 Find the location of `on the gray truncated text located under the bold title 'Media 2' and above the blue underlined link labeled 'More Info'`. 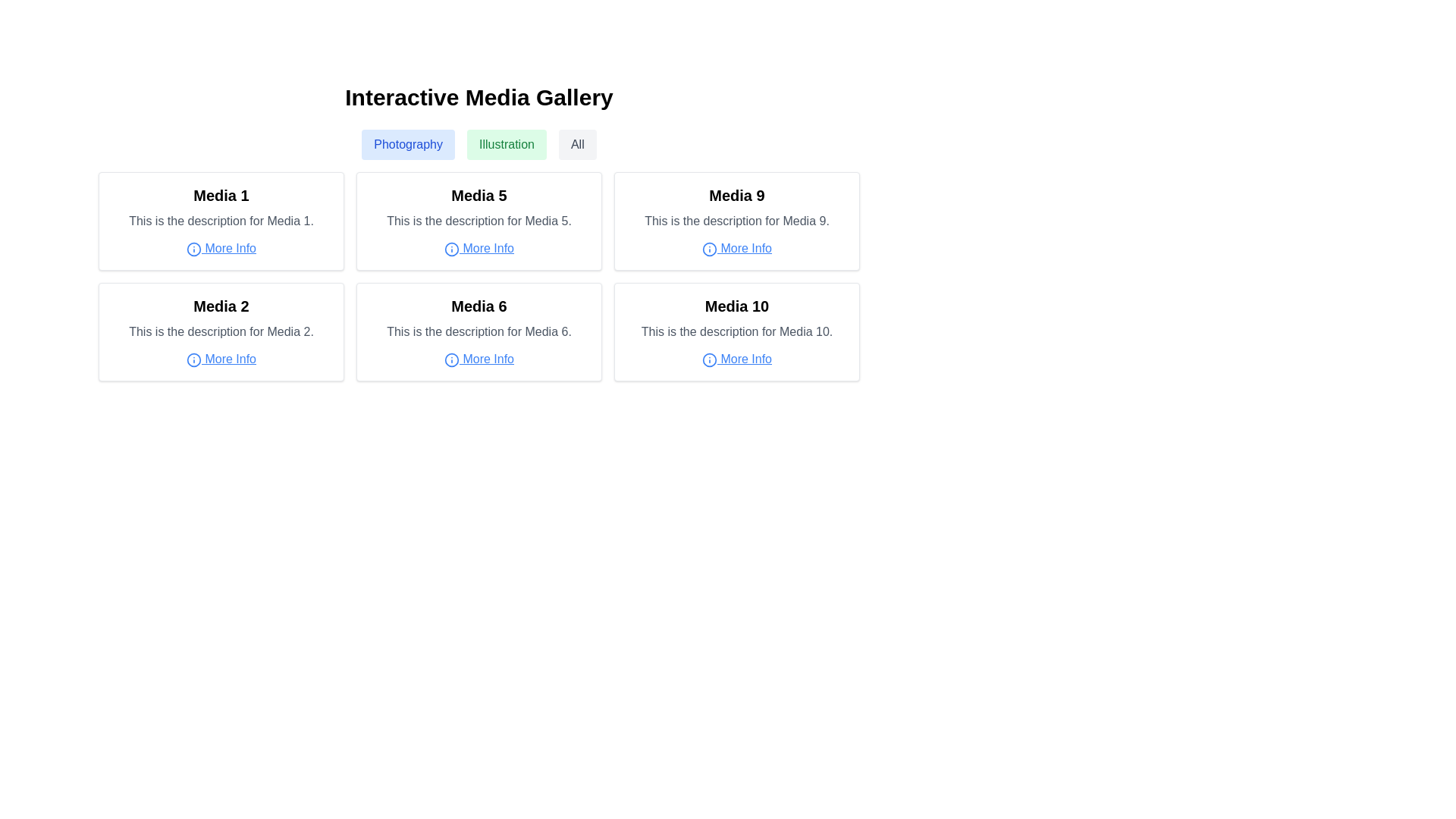

on the gray truncated text located under the bold title 'Media 2' and above the blue underlined link labeled 'More Info' is located at coordinates (221, 331).